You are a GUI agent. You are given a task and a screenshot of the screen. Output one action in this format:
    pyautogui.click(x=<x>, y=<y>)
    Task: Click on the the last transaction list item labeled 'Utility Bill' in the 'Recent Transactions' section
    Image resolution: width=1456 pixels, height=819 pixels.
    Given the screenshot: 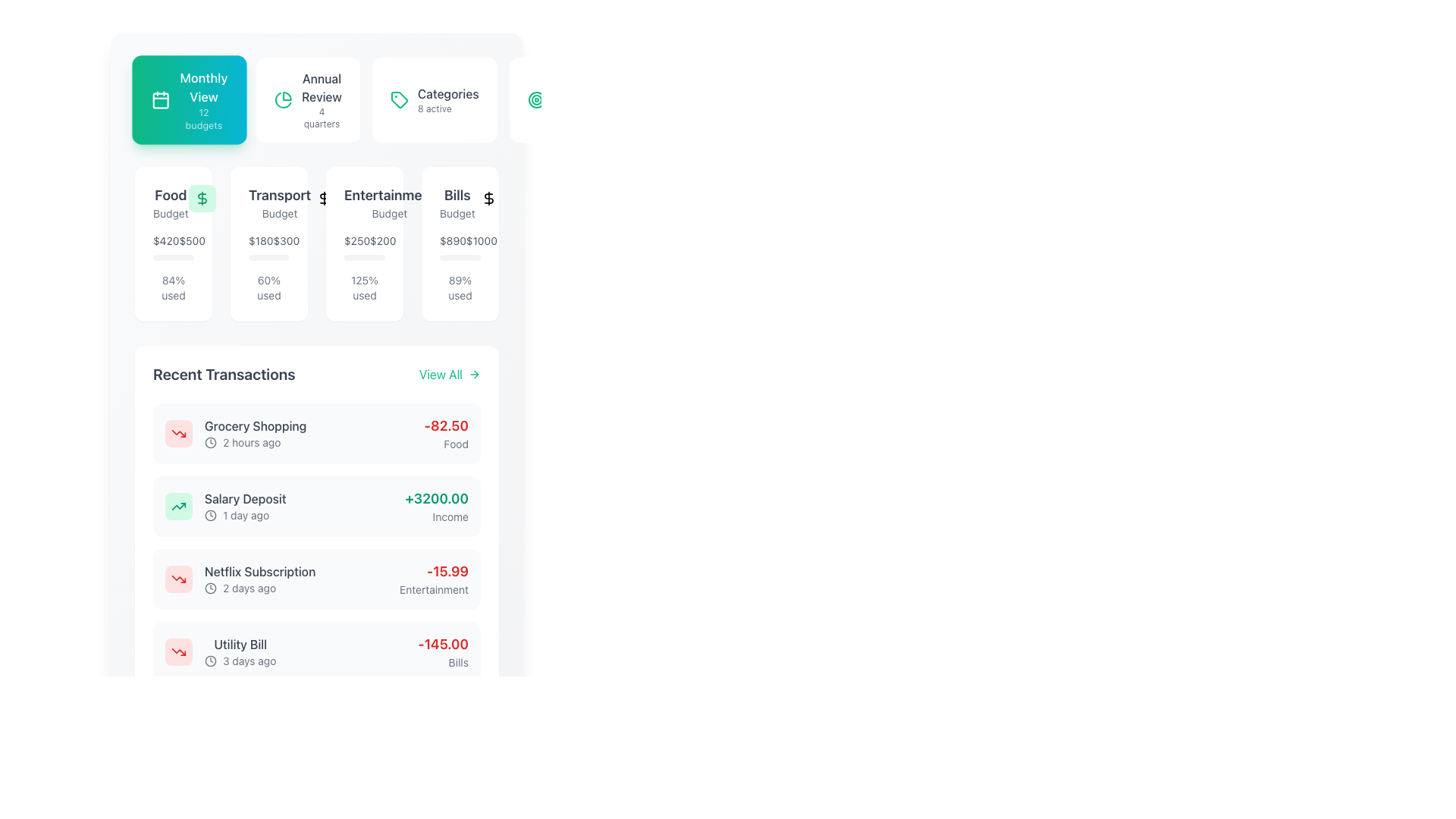 What is the action you would take?
    pyautogui.click(x=240, y=651)
    